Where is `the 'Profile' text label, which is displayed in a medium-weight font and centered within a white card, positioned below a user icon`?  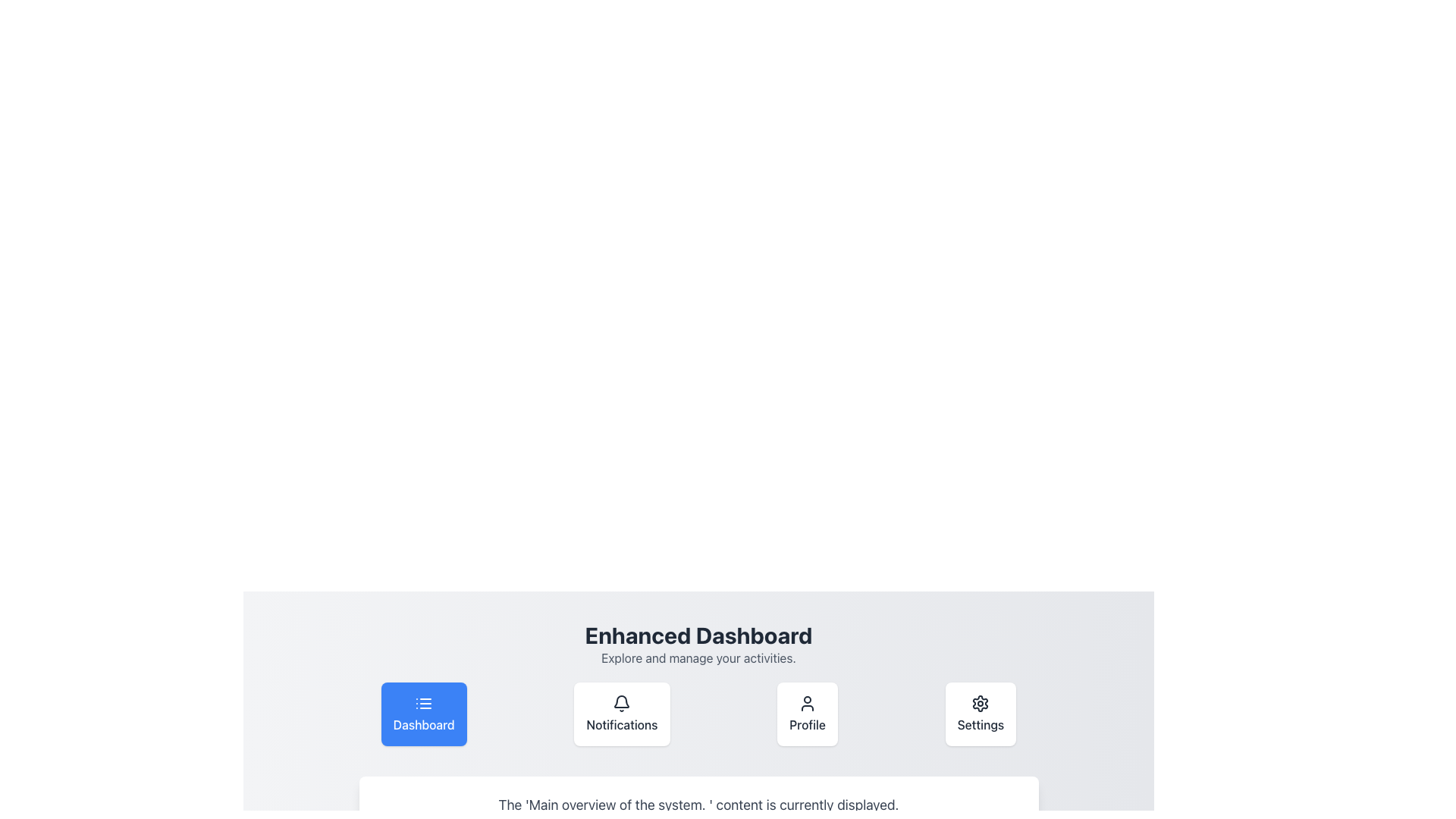 the 'Profile' text label, which is displayed in a medium-weight font and centered within a white card, positioned below a user icon is located at coordinates (807, 724).